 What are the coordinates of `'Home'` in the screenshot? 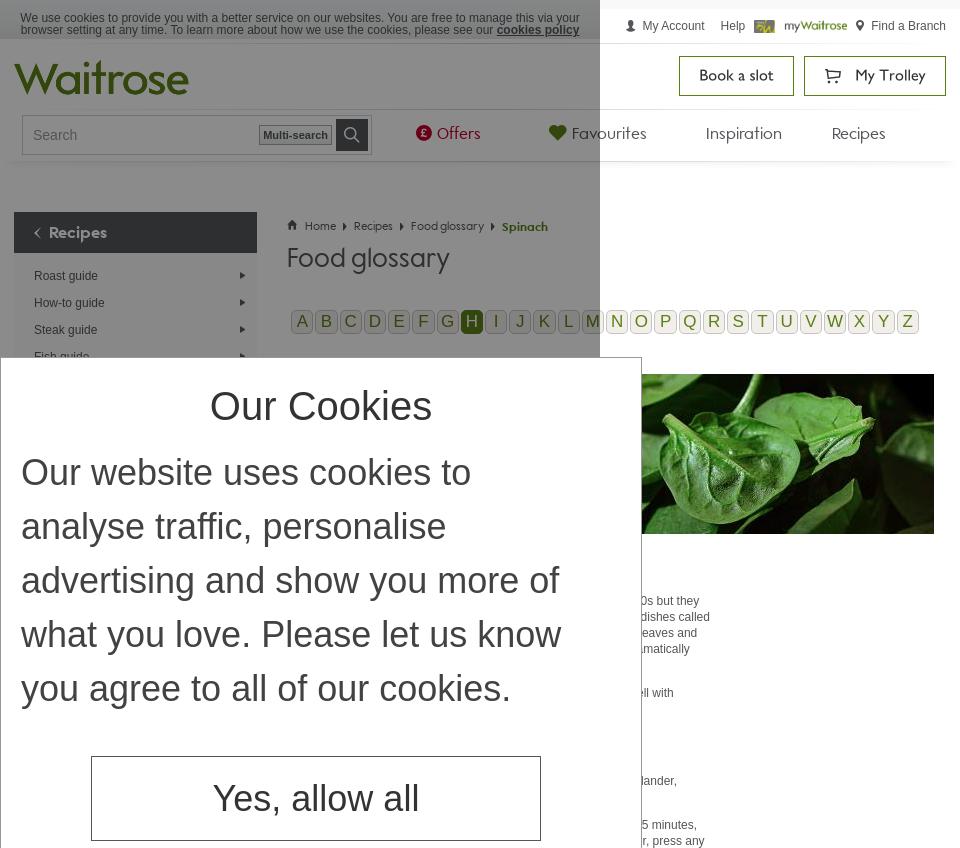 It's located at (320, 225).